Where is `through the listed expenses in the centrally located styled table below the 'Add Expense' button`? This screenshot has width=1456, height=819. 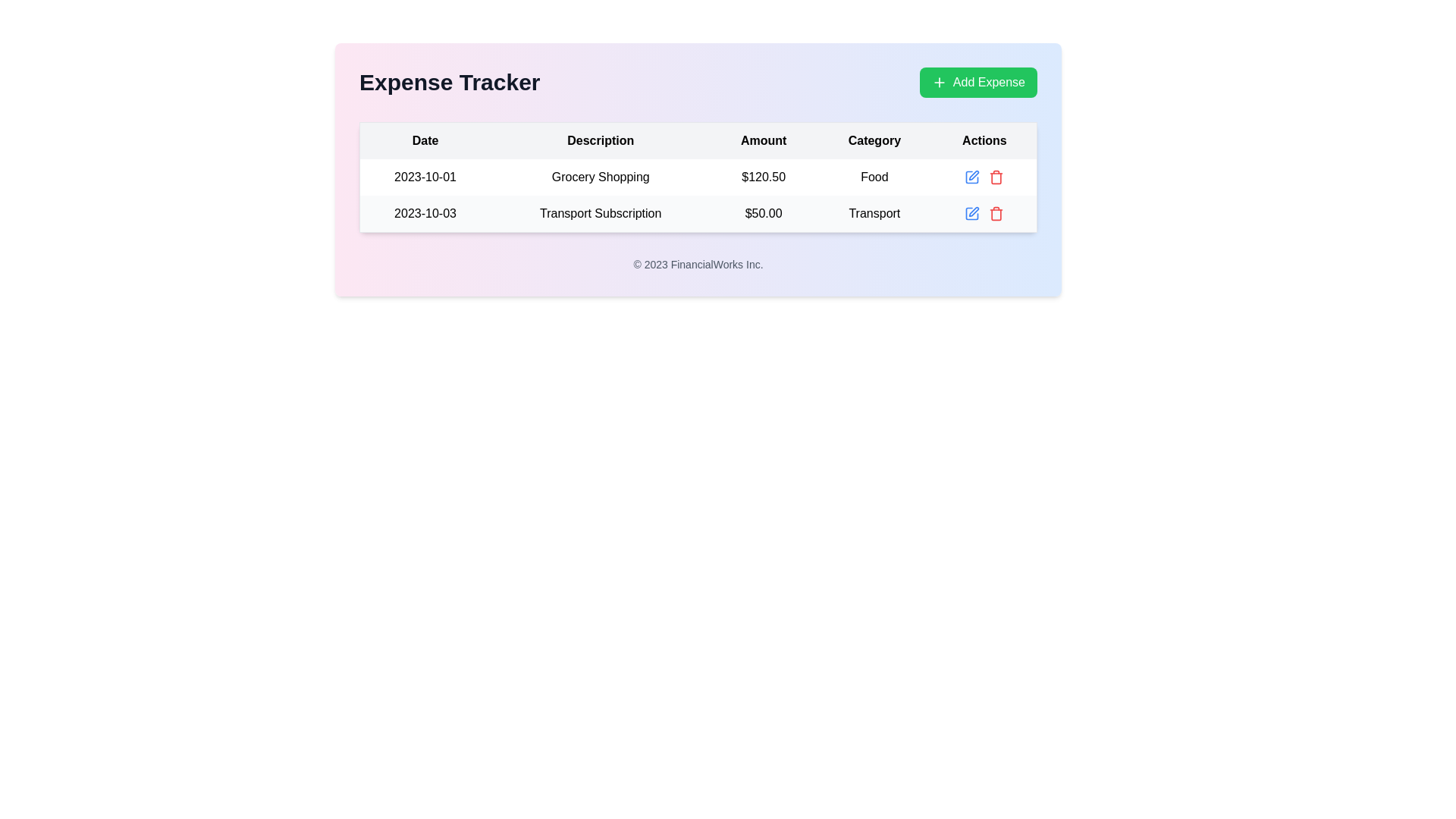
through the listed expenses in the centrally located styled table below the 'Add Expense' button is located at coordinates (698, 177).